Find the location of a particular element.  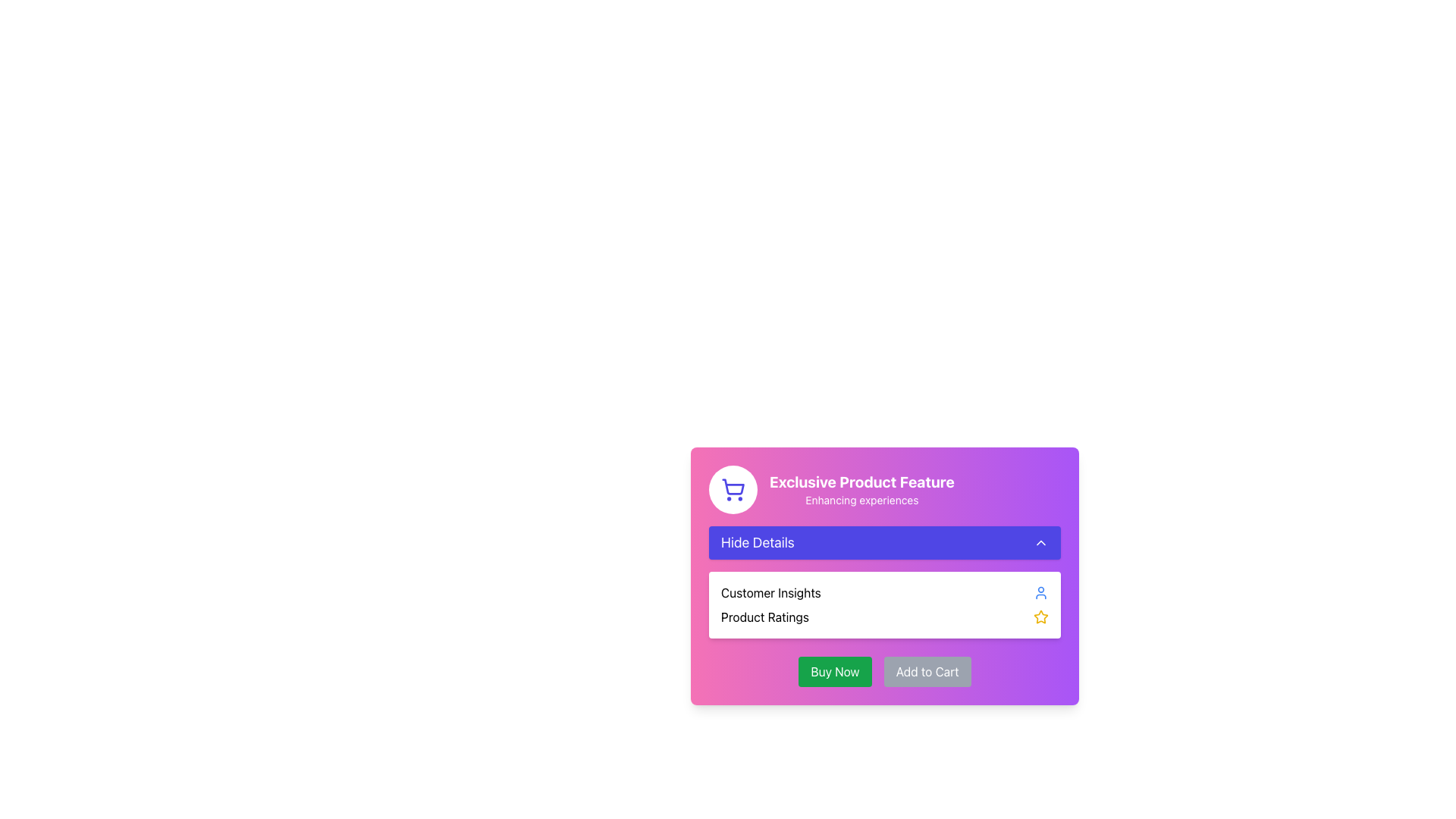

the user icon, which is a small circular icon with a blue outline and white fill, located at the rightmost end of the 'Customer Insights' row is located at coordinates (1040, 592).